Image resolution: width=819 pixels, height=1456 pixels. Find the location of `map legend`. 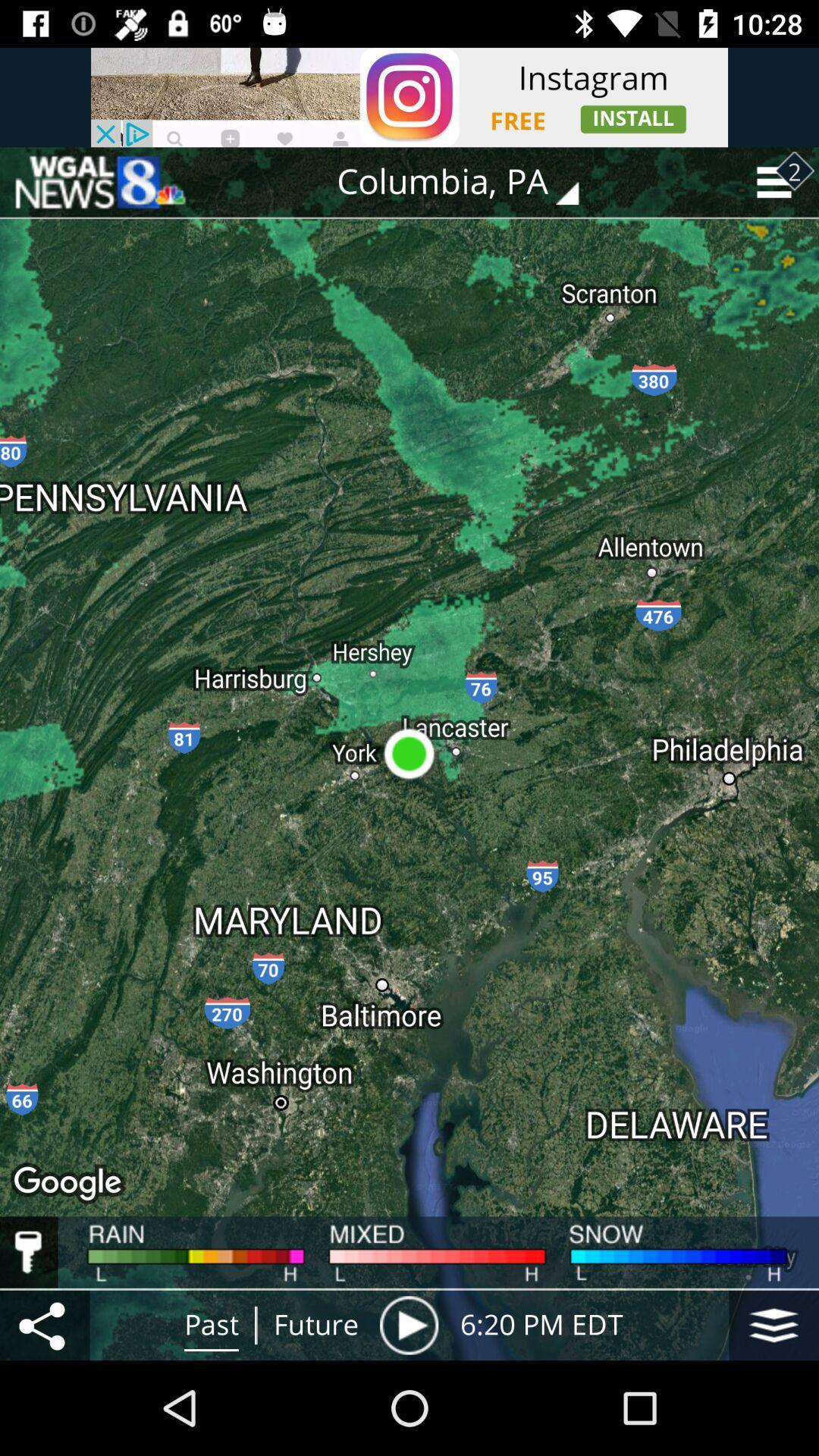

map legend is located at coordinates (29, 1252).